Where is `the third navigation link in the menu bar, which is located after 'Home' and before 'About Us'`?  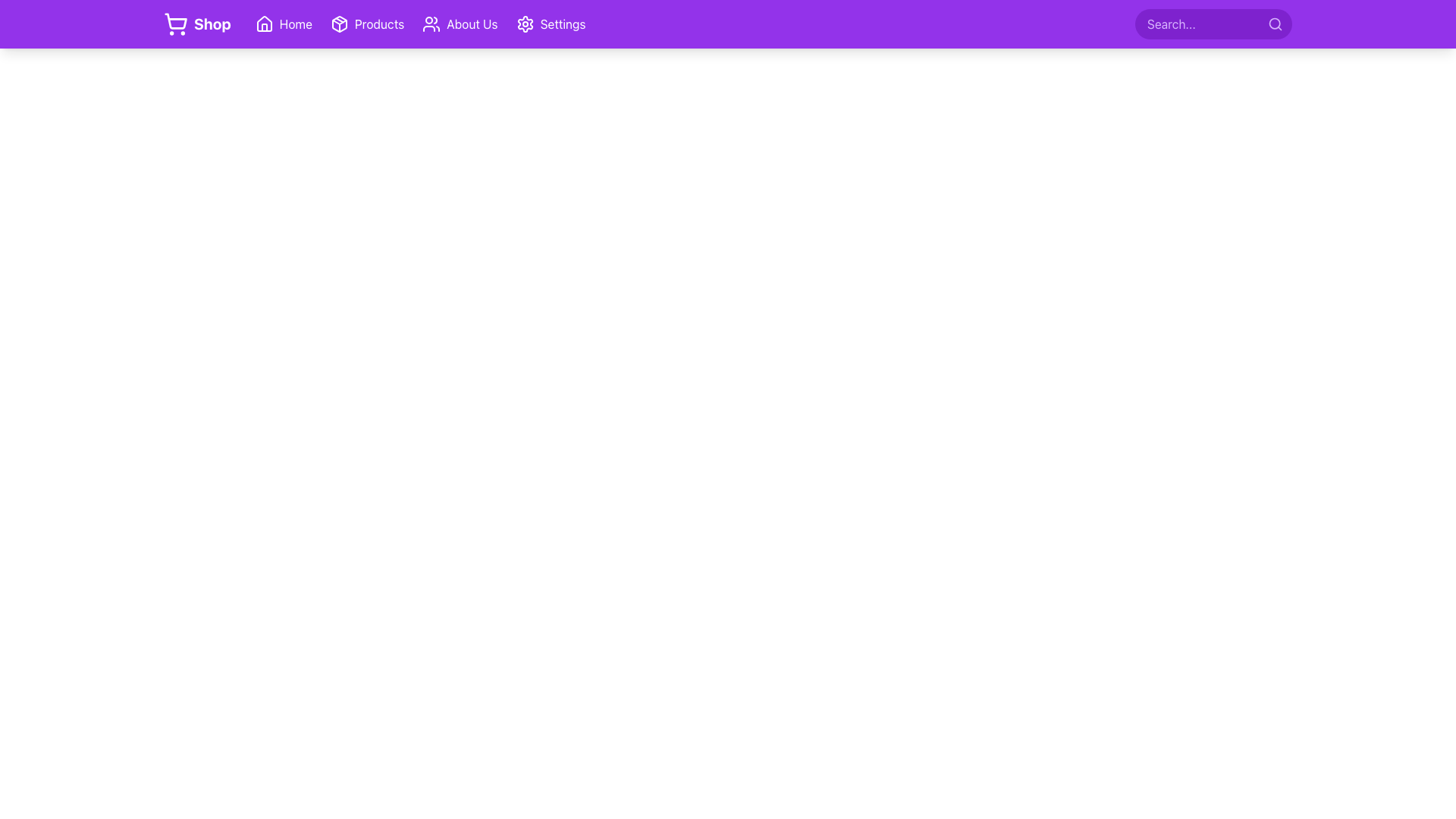
the third navigation link in the menu bar, which is located after 'Home' and before 'About Us' is located at coordinates (375, 24).